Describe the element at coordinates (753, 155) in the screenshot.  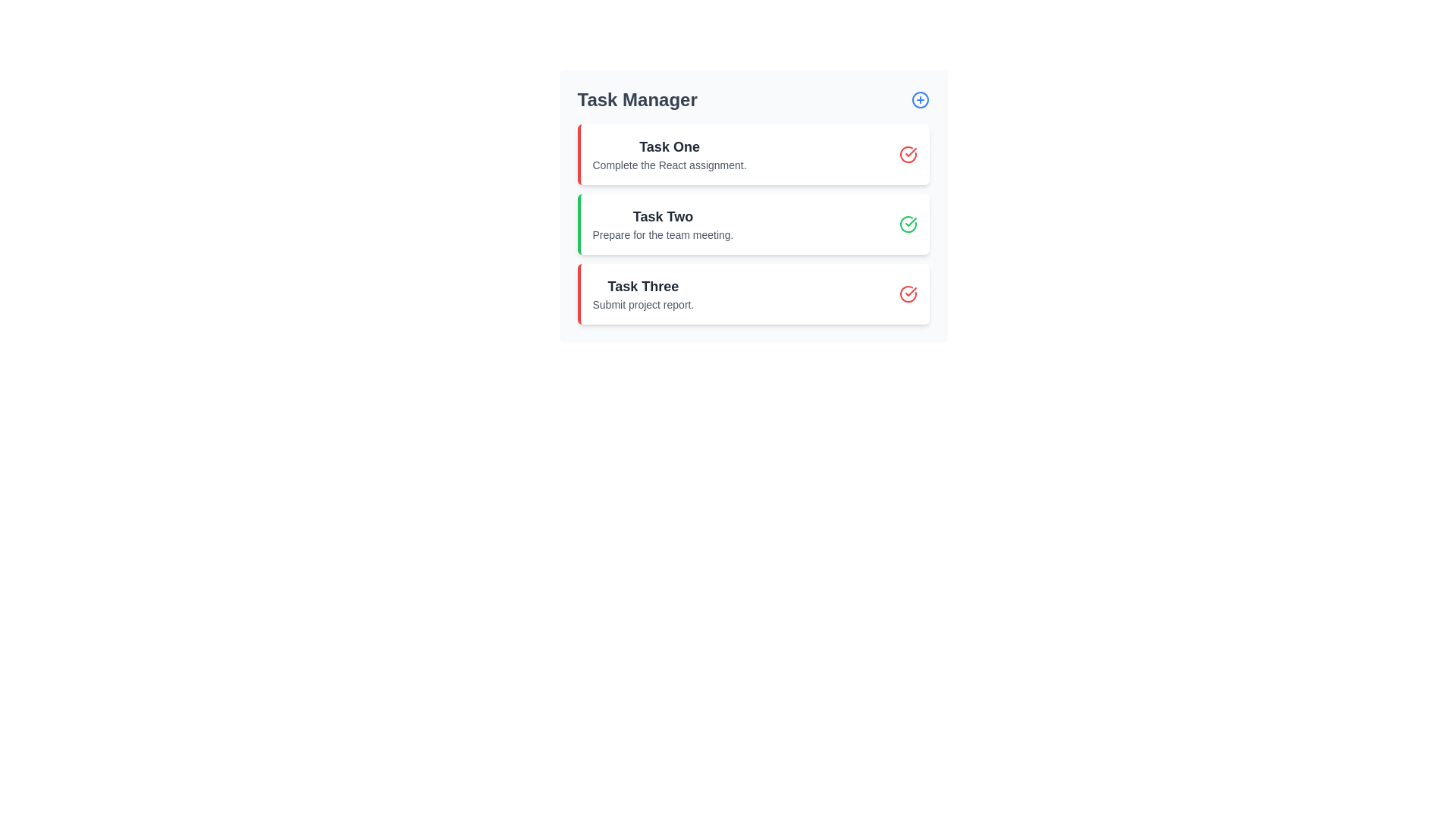
I see `the 'Task One' card that represents the task 'Complete the React assignment'` at that location.